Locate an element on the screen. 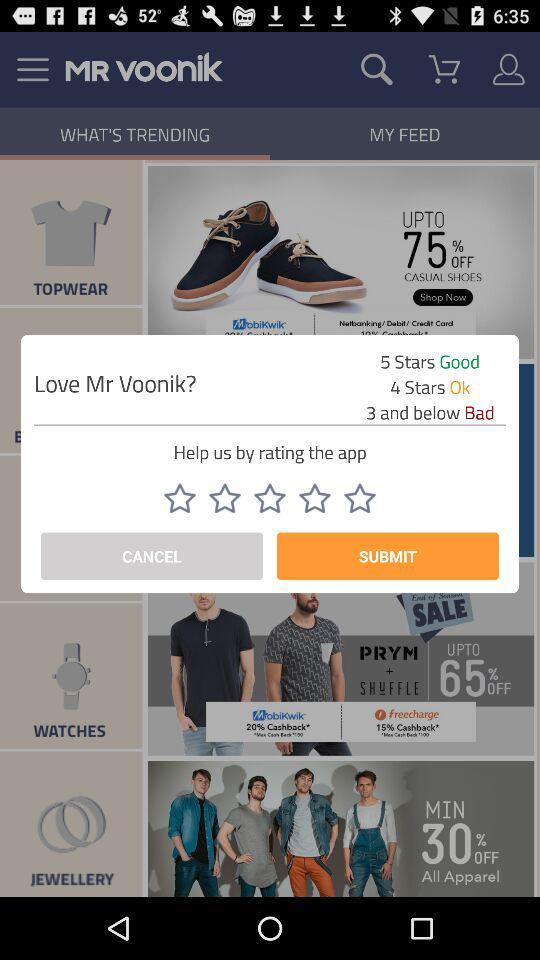  the item below the help us by icon is located at coordinates (314, 497).